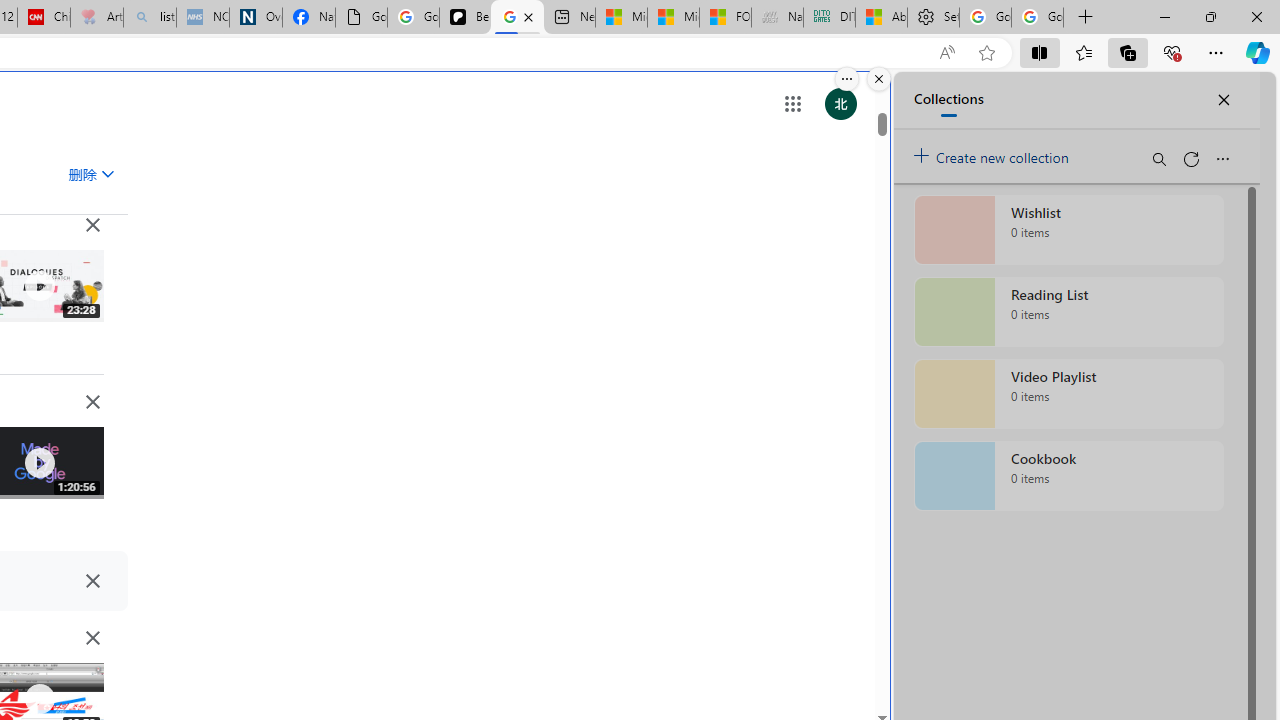  I want to click on 'Class: asE2Ub NMm5M', so click(106, 172).